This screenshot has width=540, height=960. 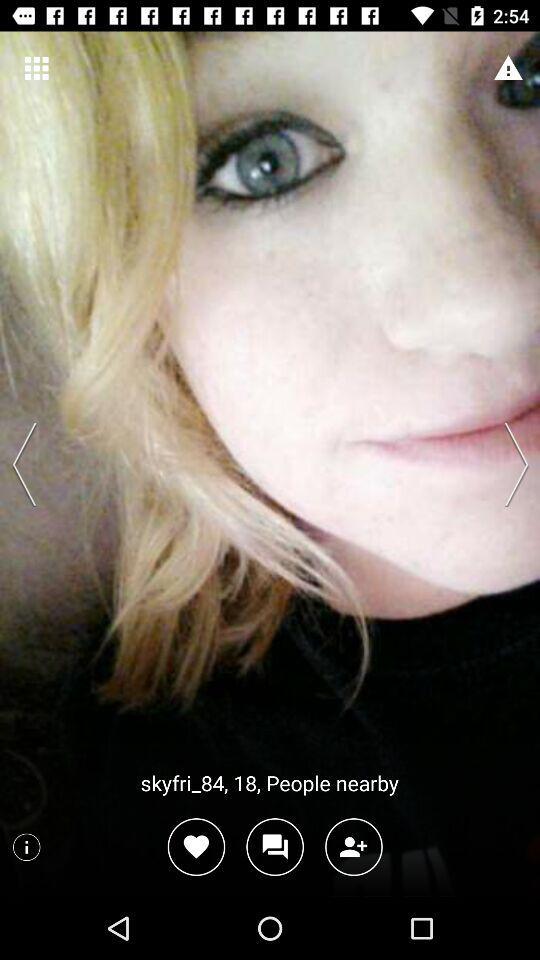 What do you see at coordinates (510, 464) in the screenshot?
I see `move option` at bounding box center [510, 464].